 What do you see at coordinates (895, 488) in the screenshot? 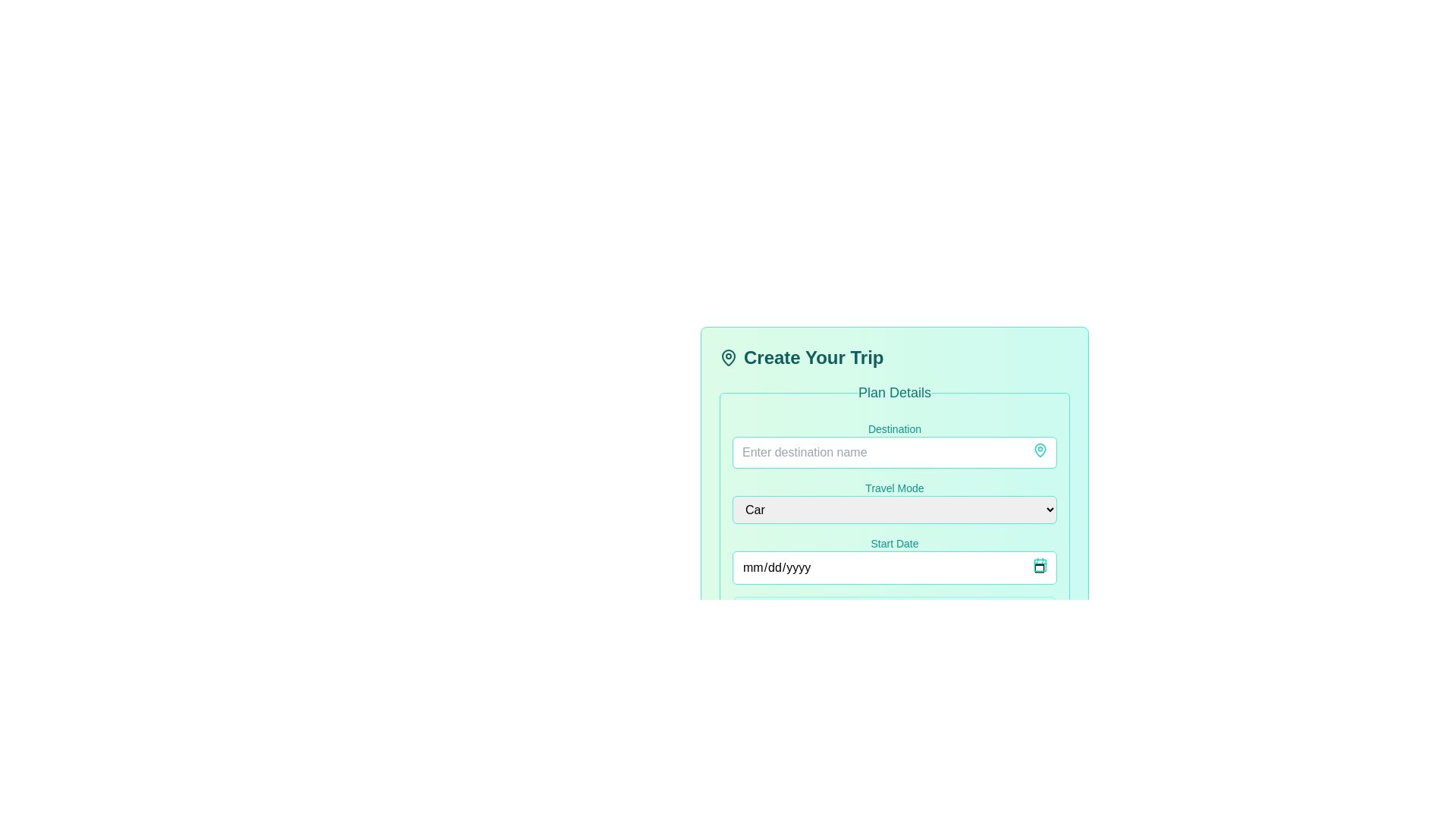
I see `'Travel Mode' label above the dropdown field for selecting travel options in the 'Create Your Trip' form, specifically in the 'Plan Details' section` at bounding box center [895, 488].